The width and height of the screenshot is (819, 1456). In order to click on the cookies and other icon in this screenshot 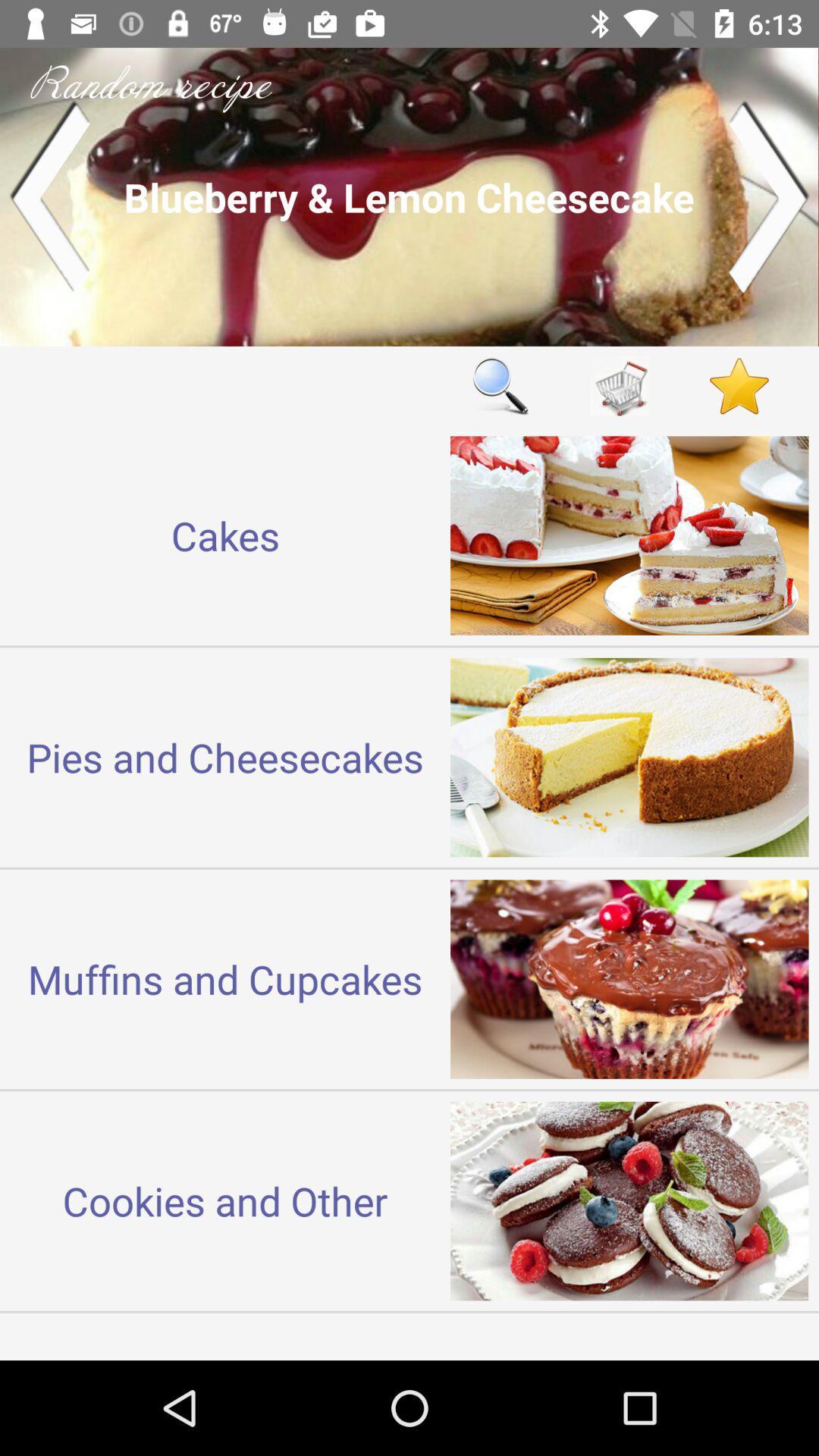, I will do `click(225, 1200)`.